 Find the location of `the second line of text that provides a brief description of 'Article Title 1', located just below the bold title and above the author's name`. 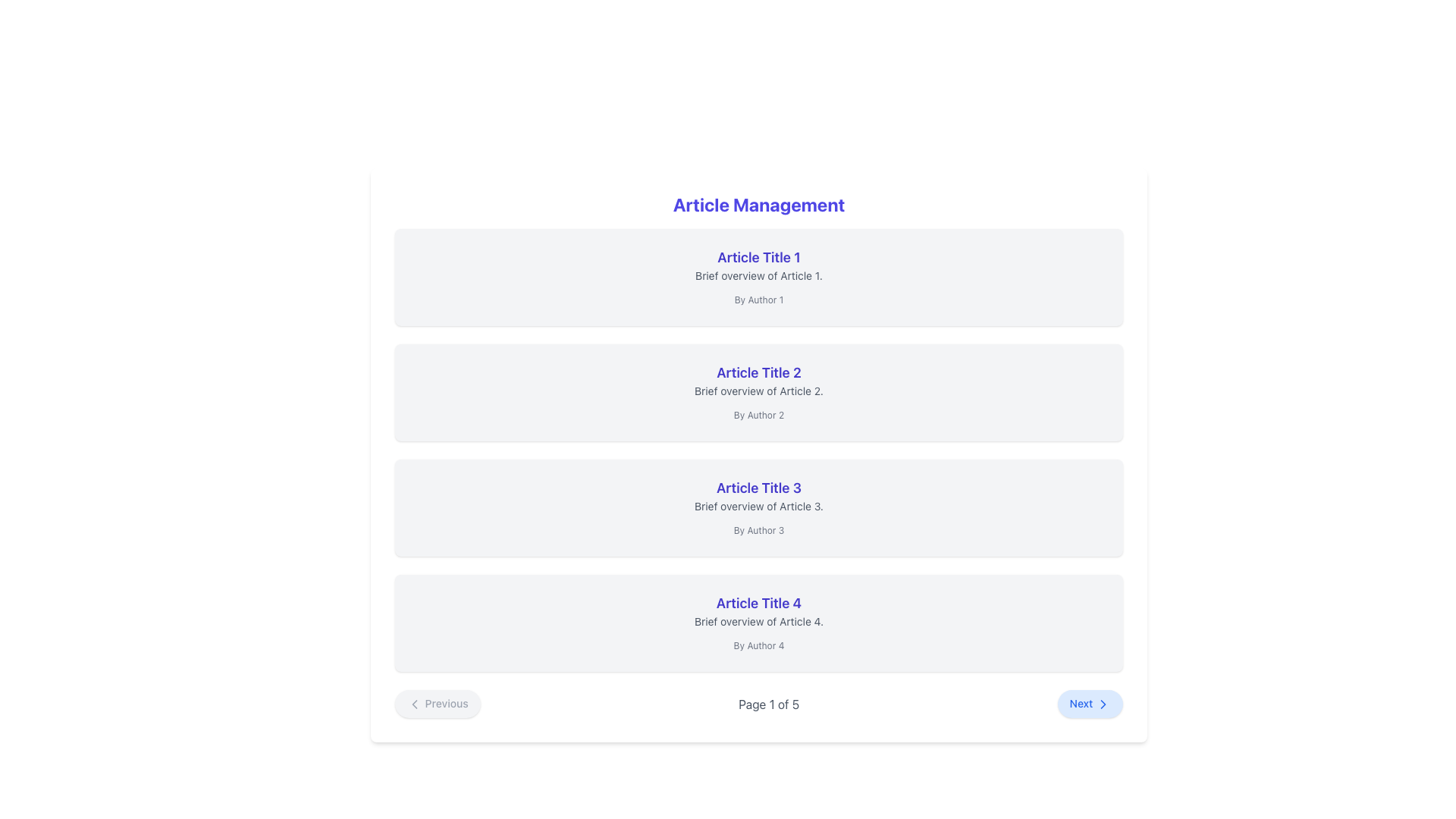

the second line of text that provides a brief description of 'Article Title 1', located just below the bold title and above the author's name is located at coordinates (759, 275).